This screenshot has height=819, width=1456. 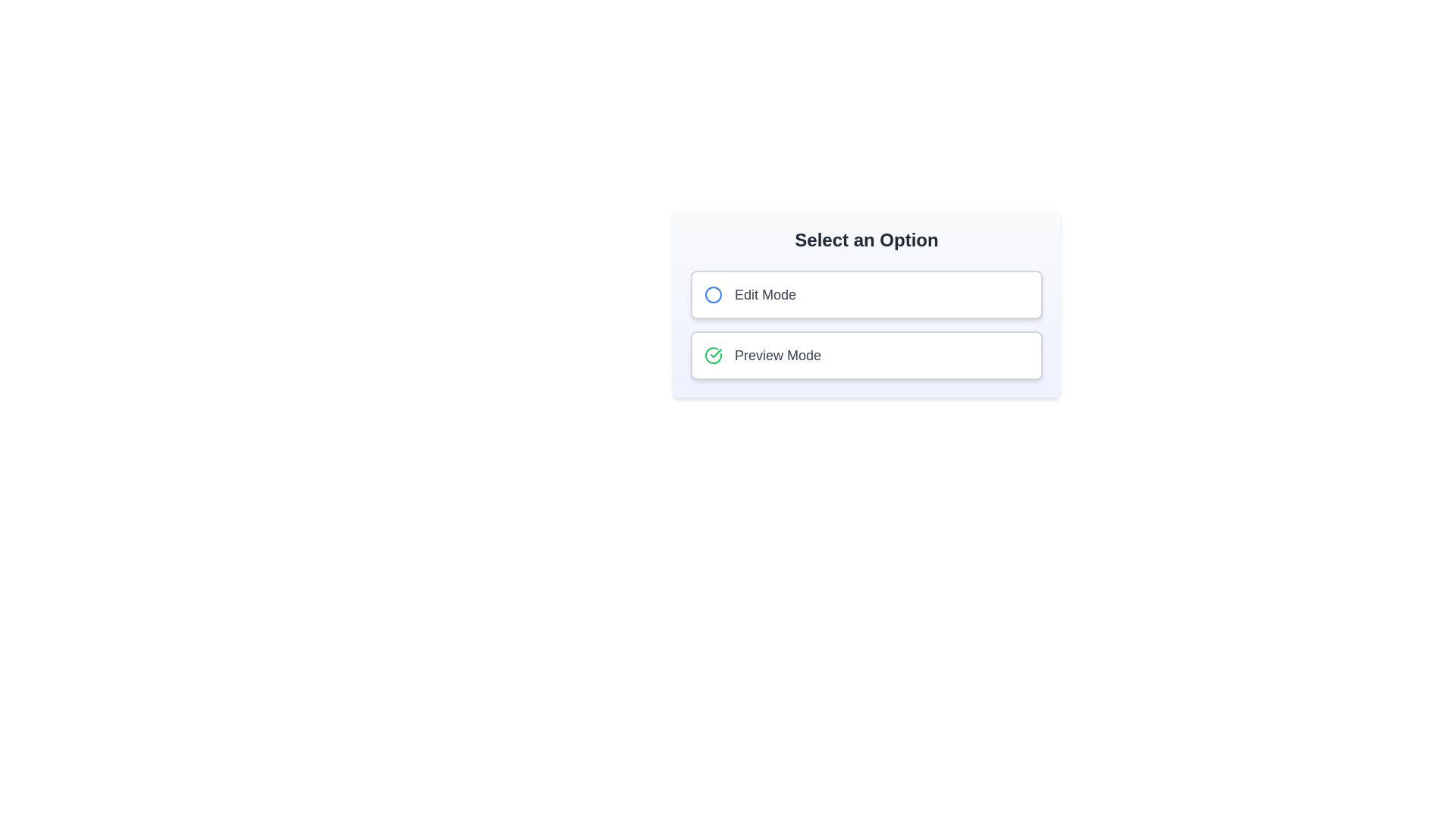 I want to click on the 'Preview Mode' button in the Toggle Button Group located beneath the 'Select an Option' heading to switch to preview mode, so click(x=866, y=324).